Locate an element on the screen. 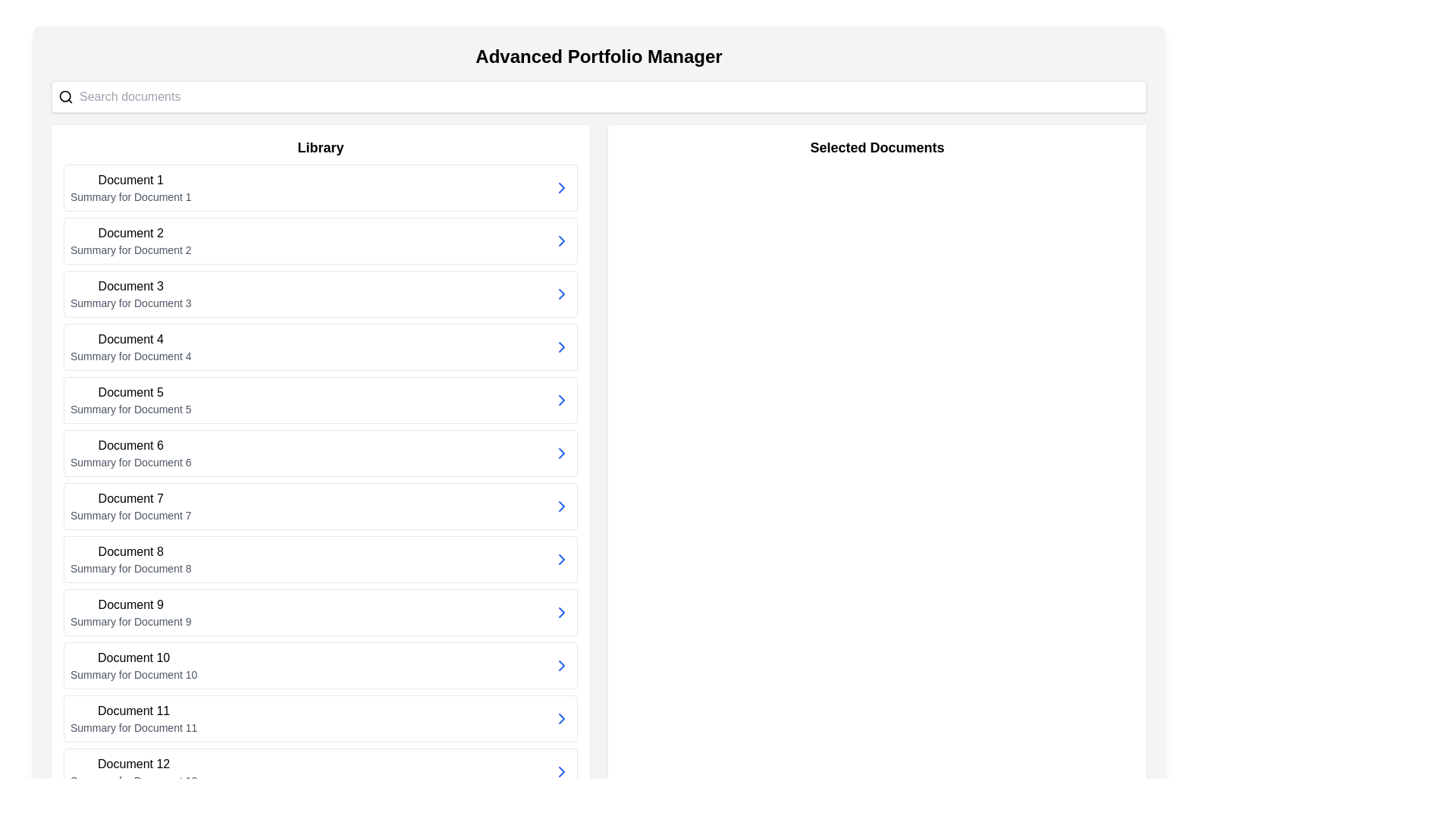  the Composite text item labeled 'Document 3' in the Library pane is located at coordinates (130, 294).